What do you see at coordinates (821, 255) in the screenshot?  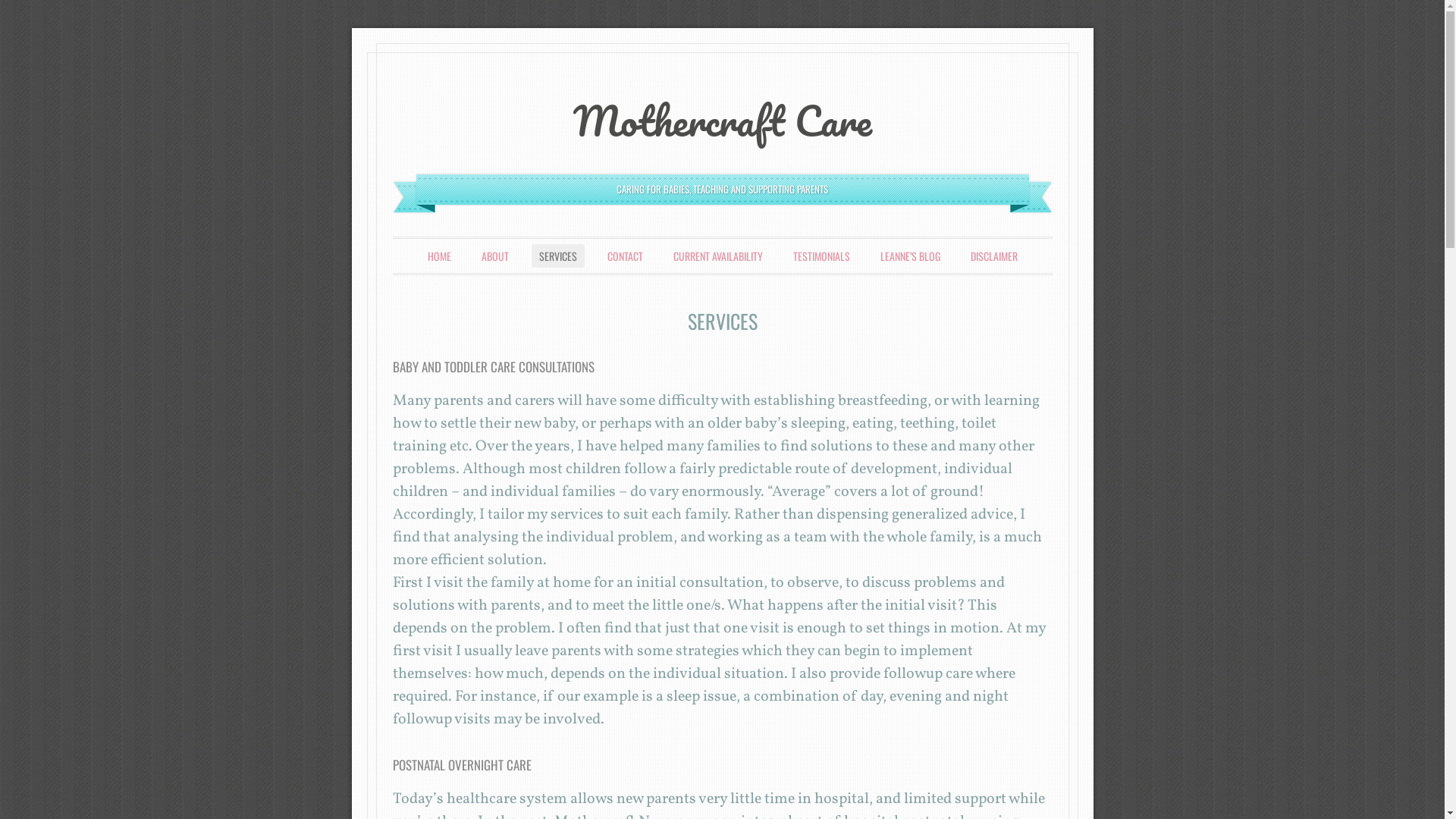 I see `'TESTIMONIALS'` at bounding box center [821, 255].